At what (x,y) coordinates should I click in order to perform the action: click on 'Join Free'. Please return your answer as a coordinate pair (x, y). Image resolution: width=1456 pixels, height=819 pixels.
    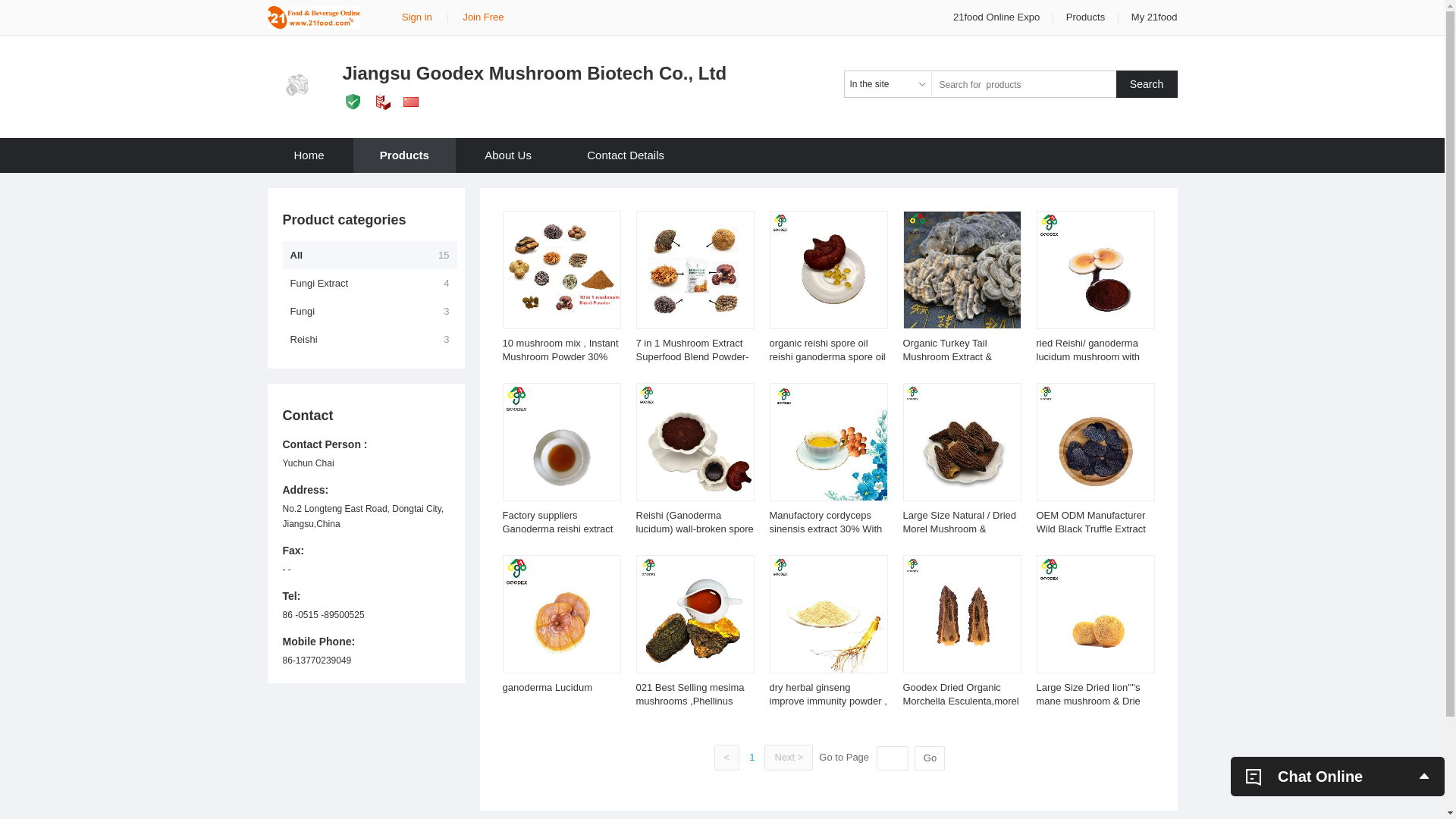
    Looking at the image, I should click on (461, 17).